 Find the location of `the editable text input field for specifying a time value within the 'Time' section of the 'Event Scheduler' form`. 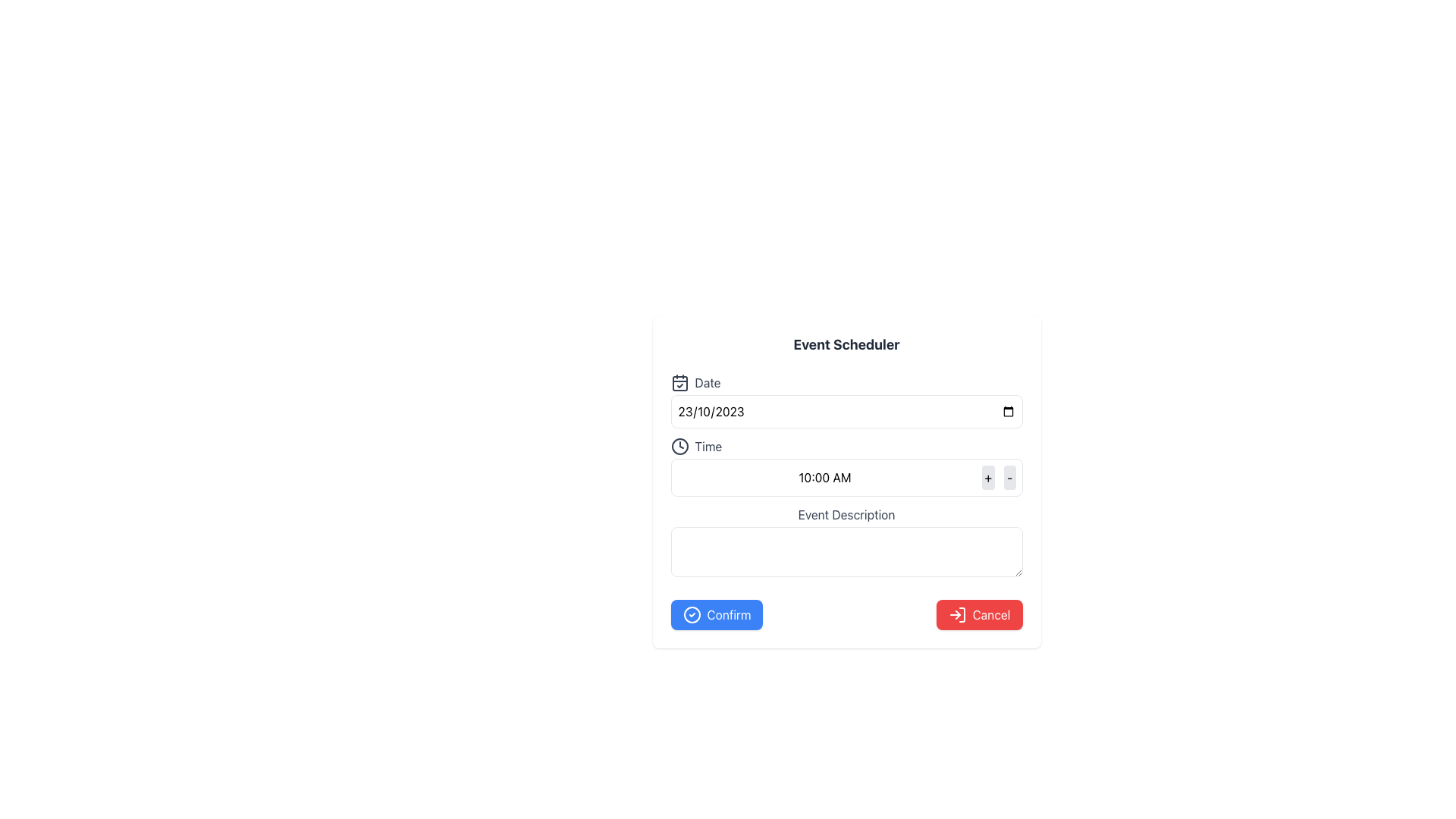

the editable text input field for specifying a time value within the 'Time' section of the 'Event Scheduler' form is located at coordinates (824, 476).